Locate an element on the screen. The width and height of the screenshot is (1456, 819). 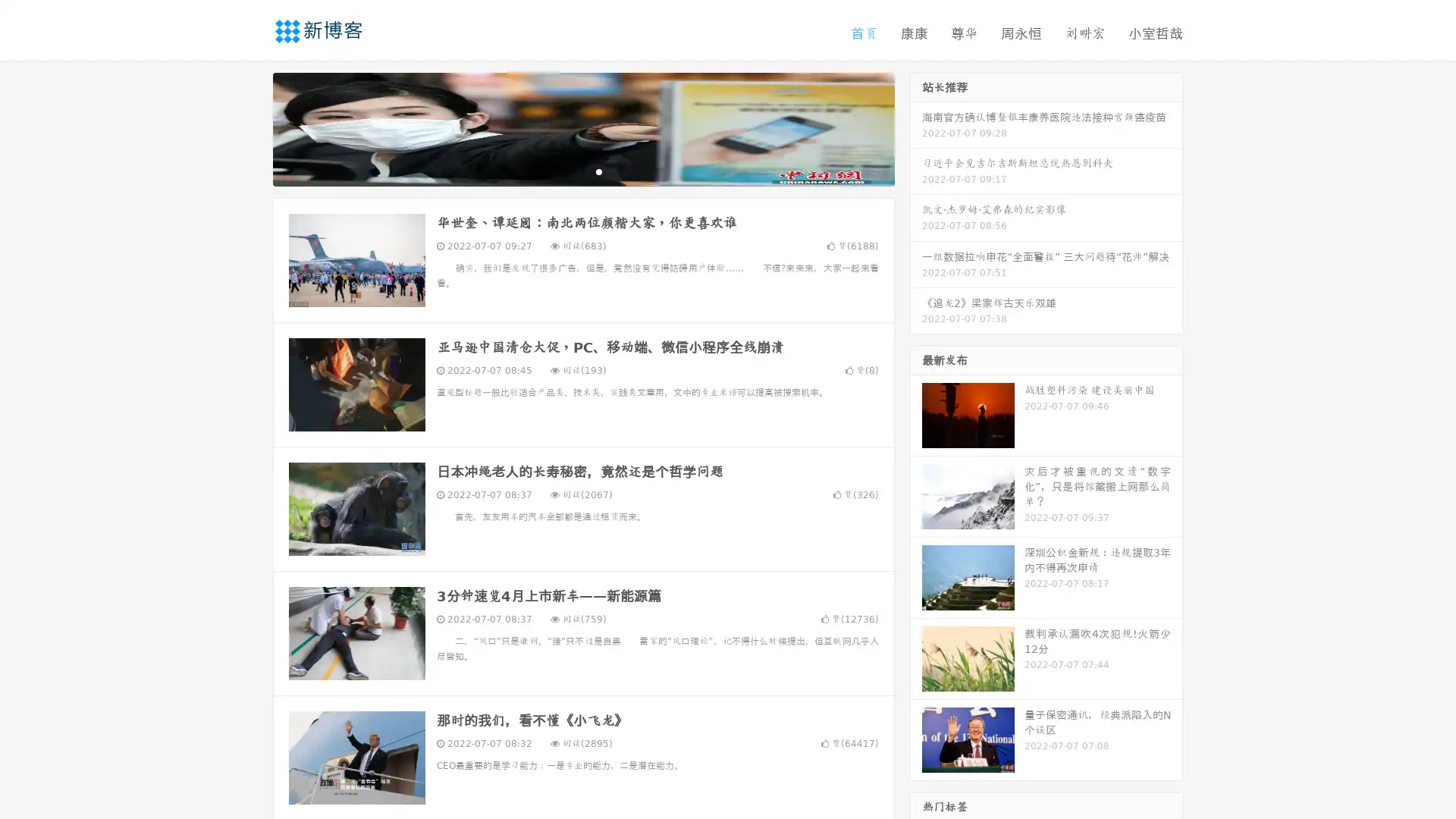
Previous slide is located at coordinates (250, 127).